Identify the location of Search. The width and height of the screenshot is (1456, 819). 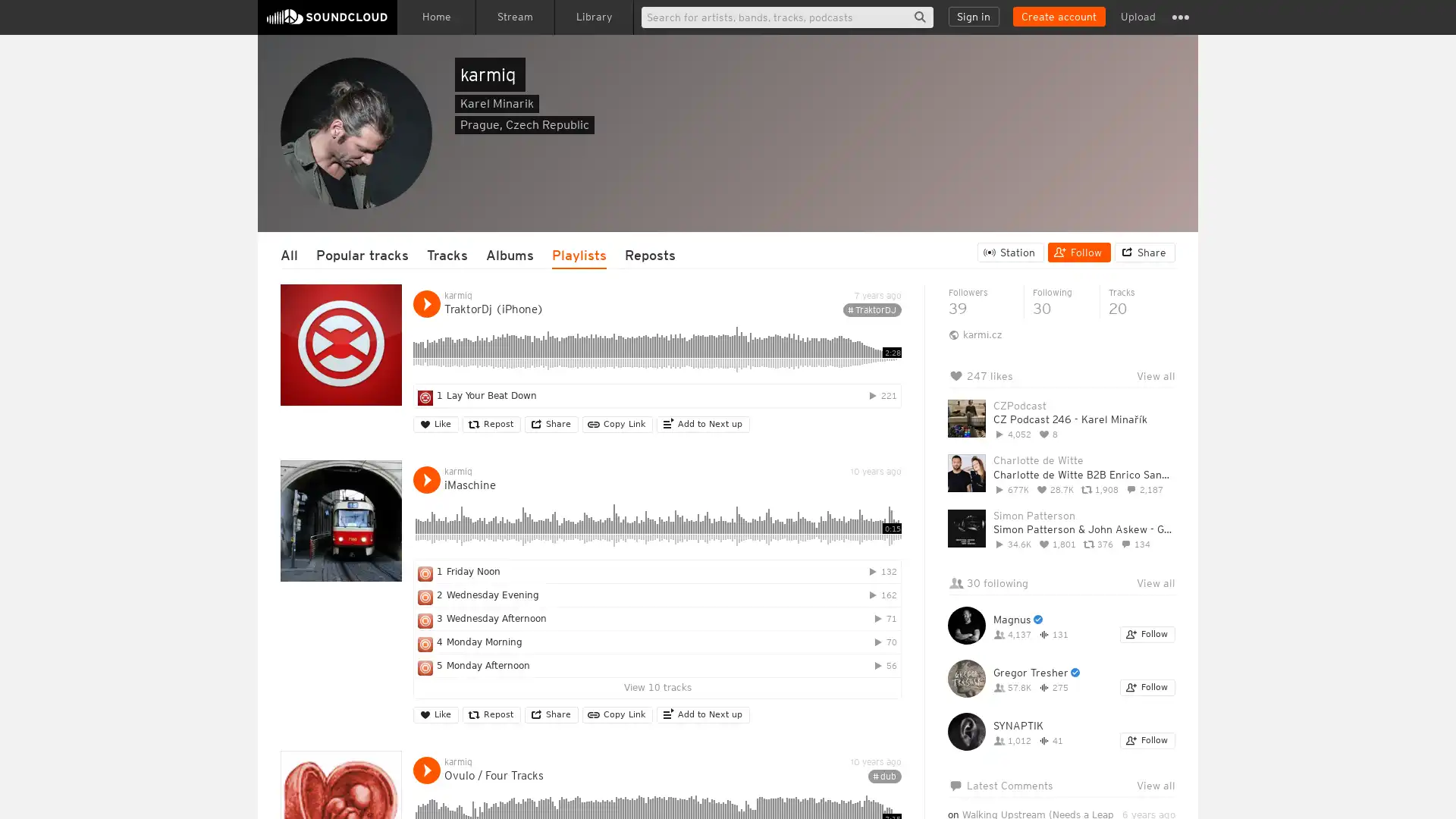
(919, 17).